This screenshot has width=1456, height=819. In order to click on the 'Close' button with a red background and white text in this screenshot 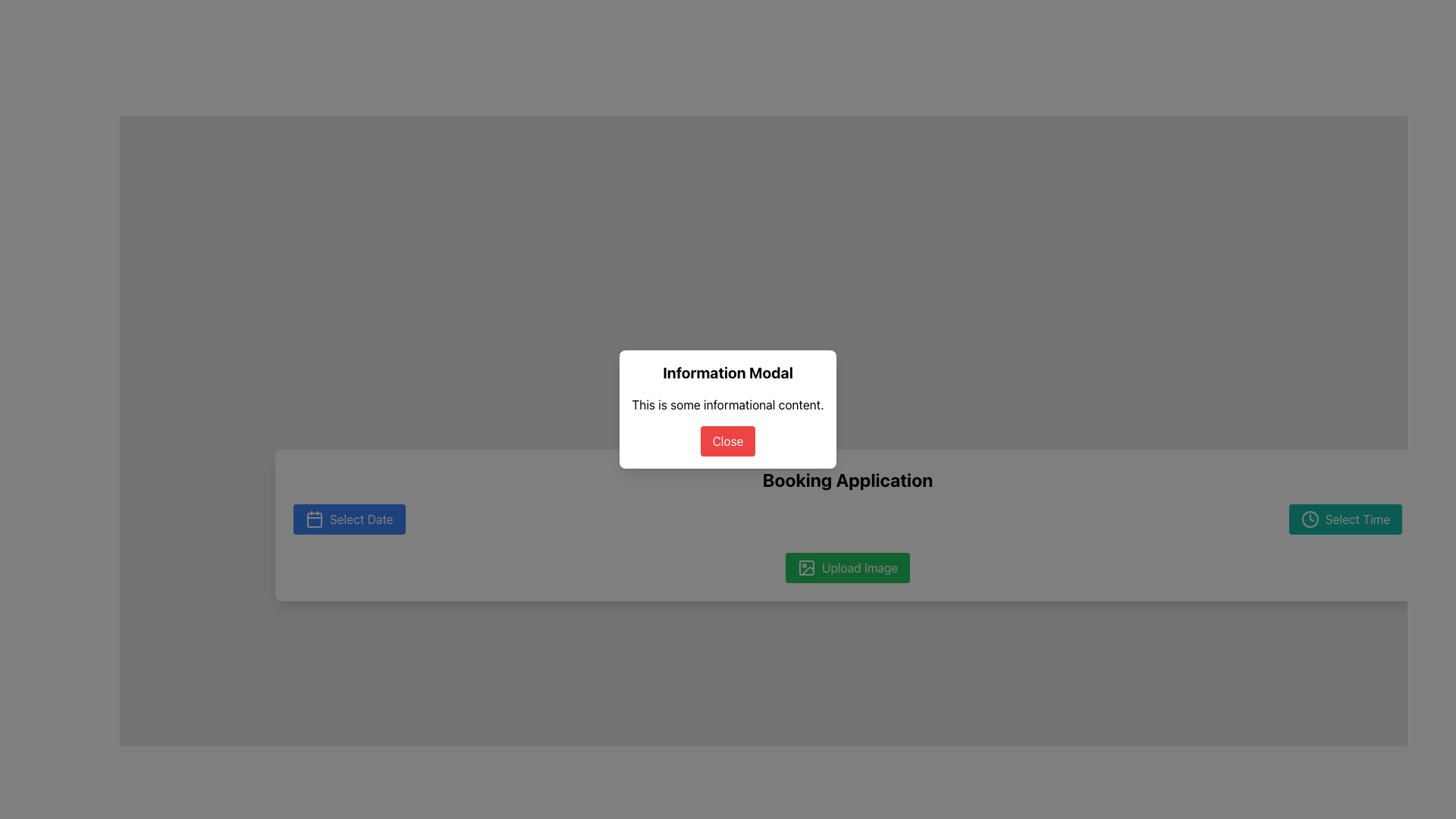, I will do `click(728, 441)`.